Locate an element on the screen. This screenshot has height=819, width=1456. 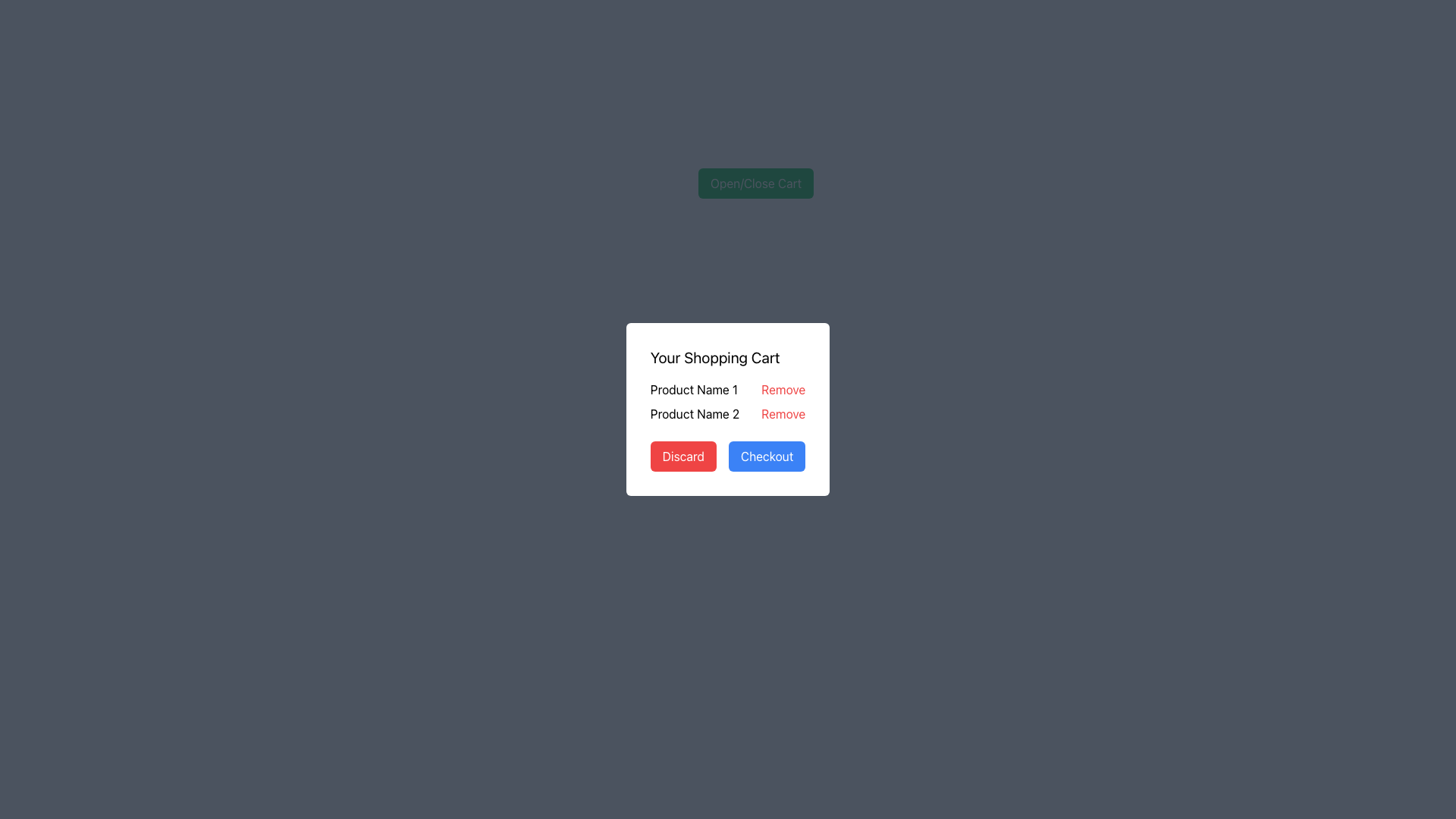
the green button with rounded corners labeled 'Open/Close Cart' is located at coordinates (756, 183).